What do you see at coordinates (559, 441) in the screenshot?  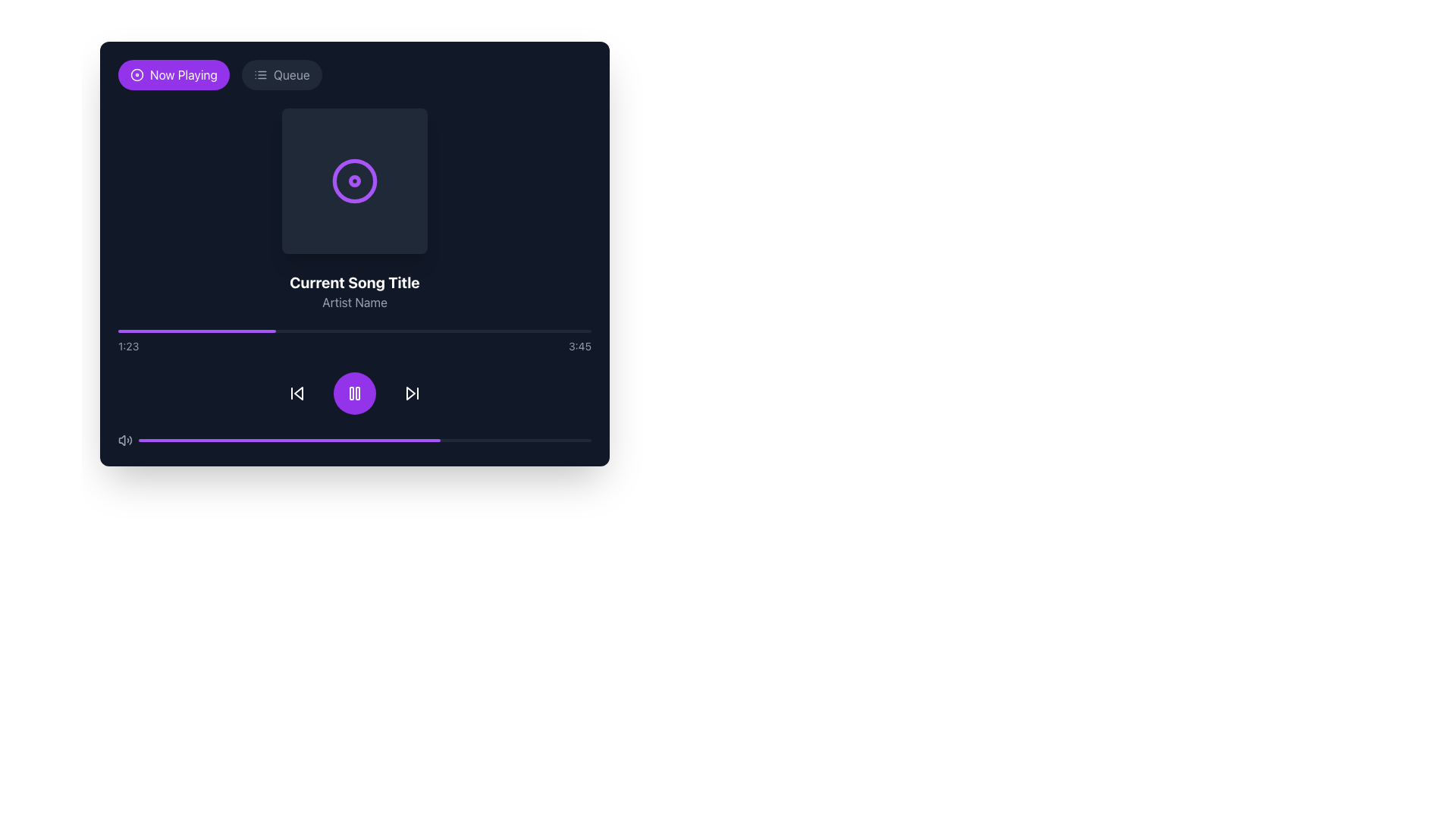 I see `the volume level` at bounding box center [559, 441].